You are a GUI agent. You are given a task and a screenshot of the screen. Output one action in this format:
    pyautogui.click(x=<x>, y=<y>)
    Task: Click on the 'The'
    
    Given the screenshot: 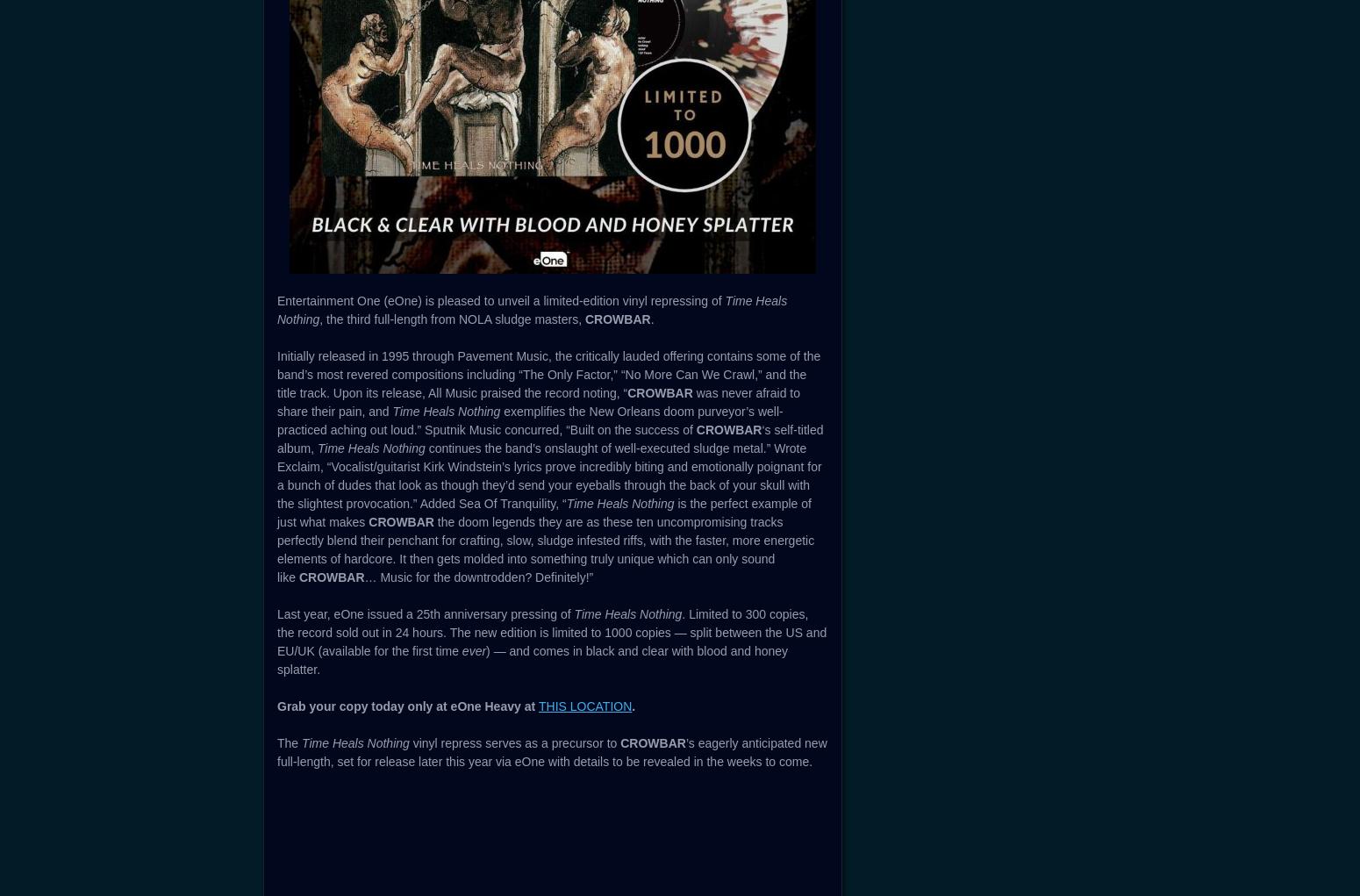 What is the action you would take?
    pyautogui.click(x=286, y=743)
    